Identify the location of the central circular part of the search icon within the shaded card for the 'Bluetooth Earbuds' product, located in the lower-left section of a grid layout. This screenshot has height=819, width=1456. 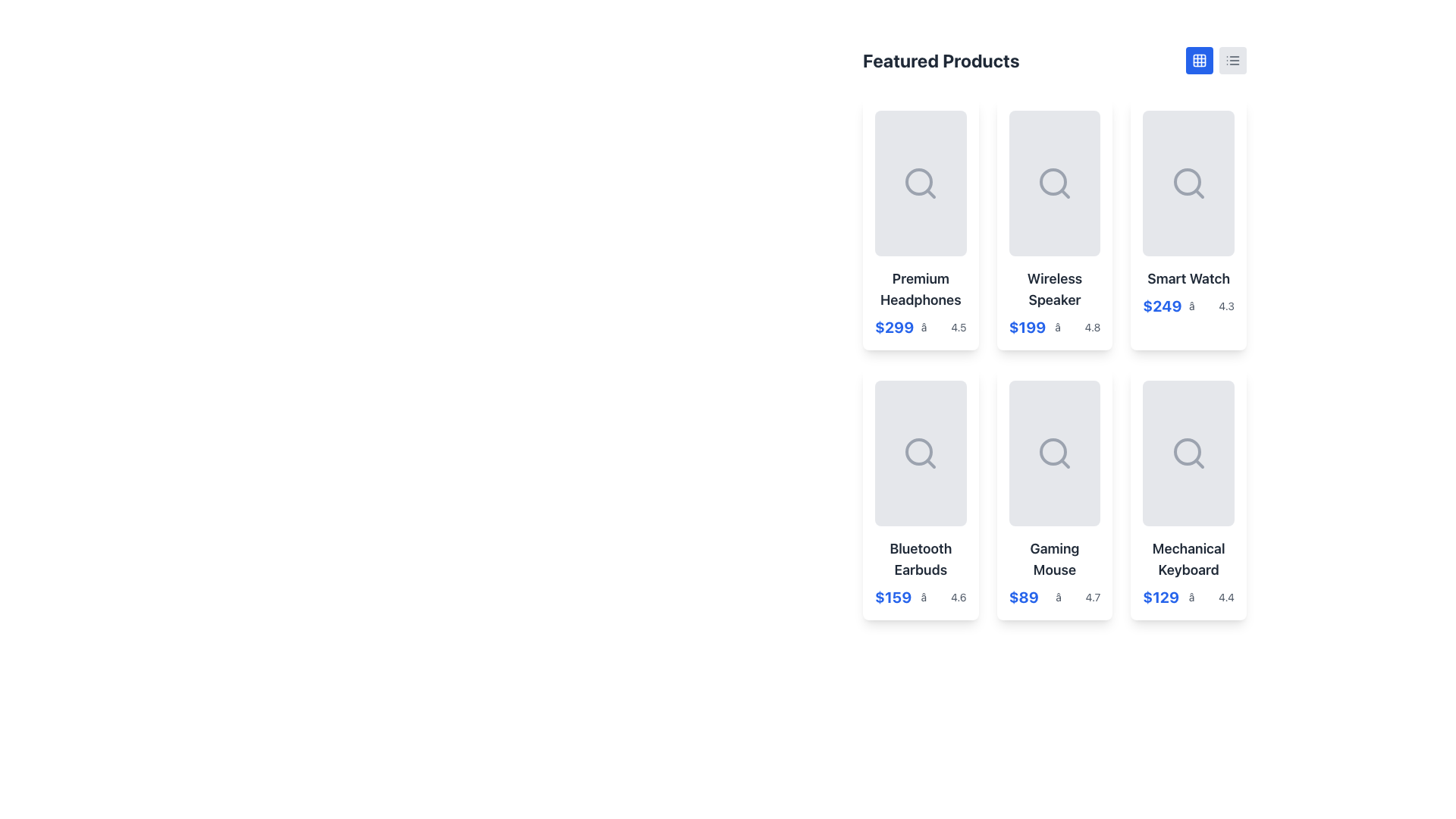
(918, 451).